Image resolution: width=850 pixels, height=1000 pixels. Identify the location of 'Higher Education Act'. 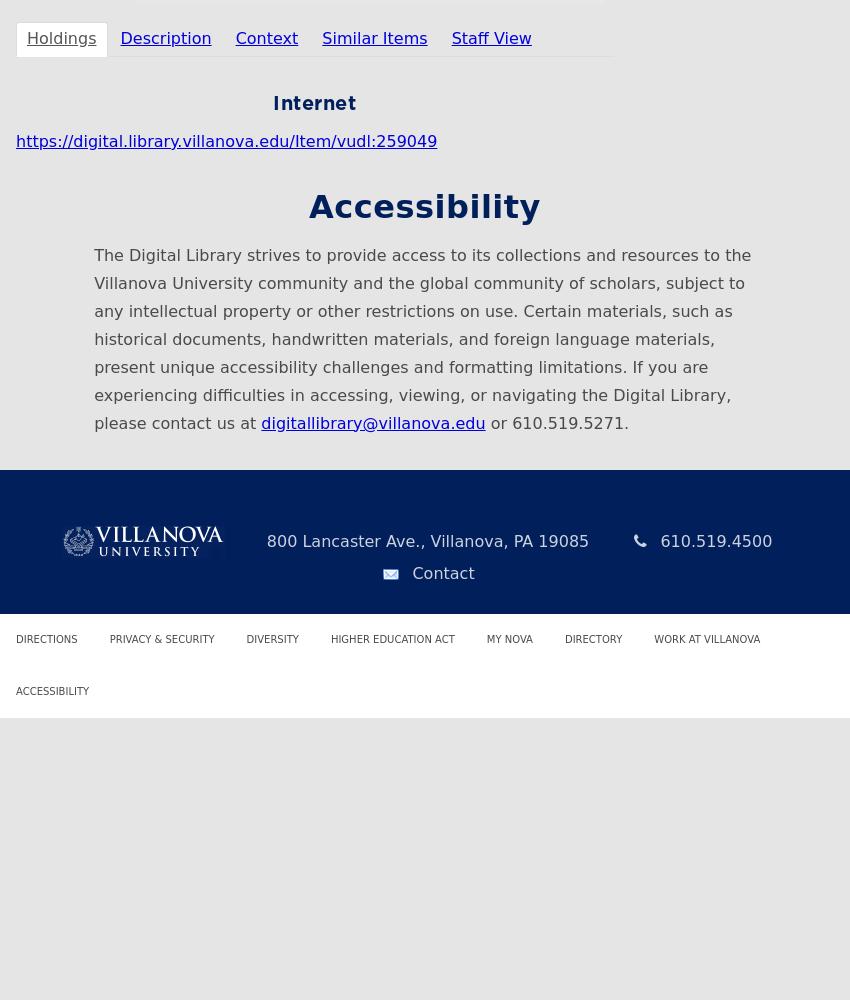
(392, 638).